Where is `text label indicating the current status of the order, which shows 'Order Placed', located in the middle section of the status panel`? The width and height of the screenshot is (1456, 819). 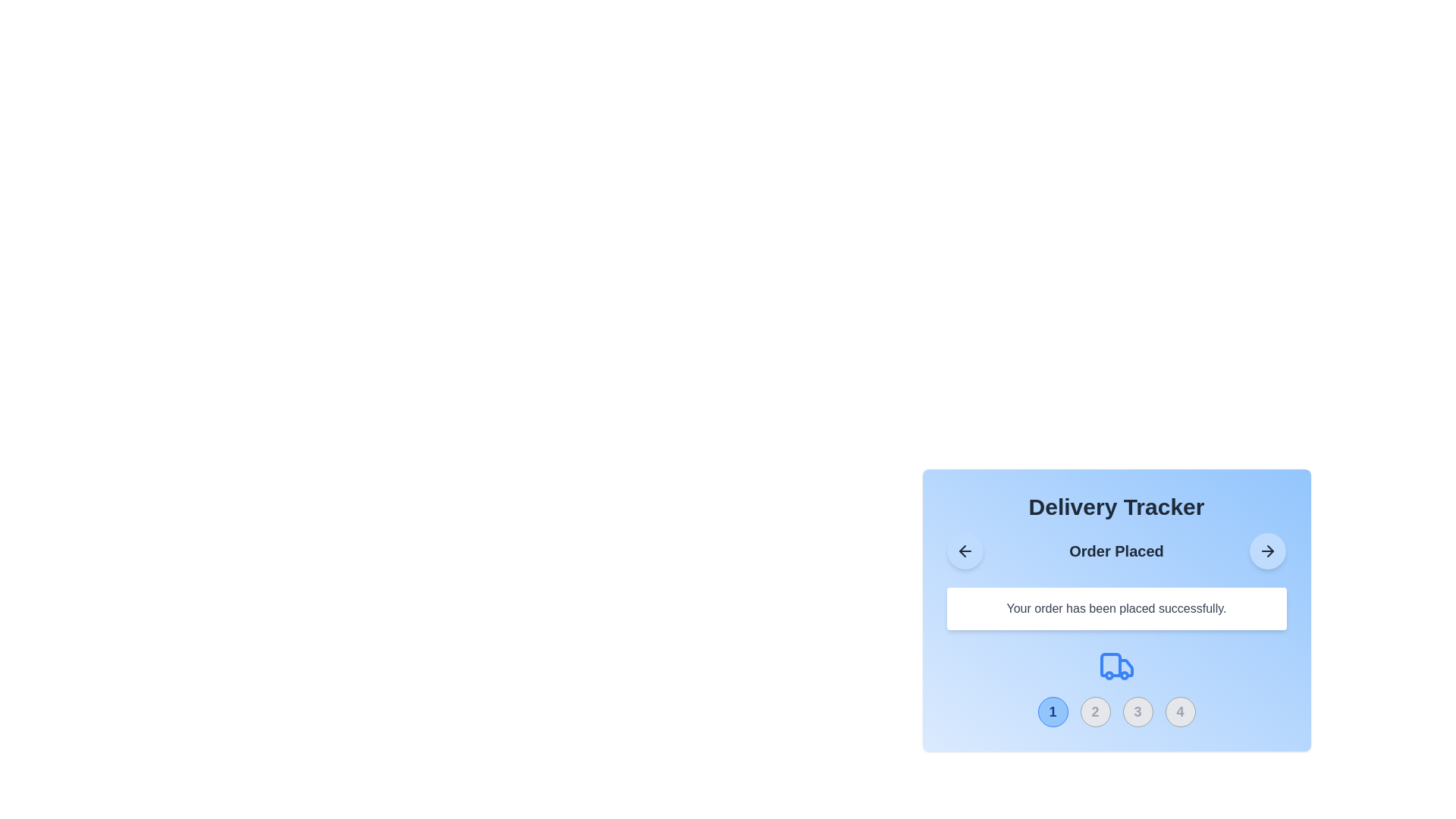
text label indicating the current status of the order, which shows 'Order Placed', located in the middle section of the status panel is located at coordinates (1116, 551).